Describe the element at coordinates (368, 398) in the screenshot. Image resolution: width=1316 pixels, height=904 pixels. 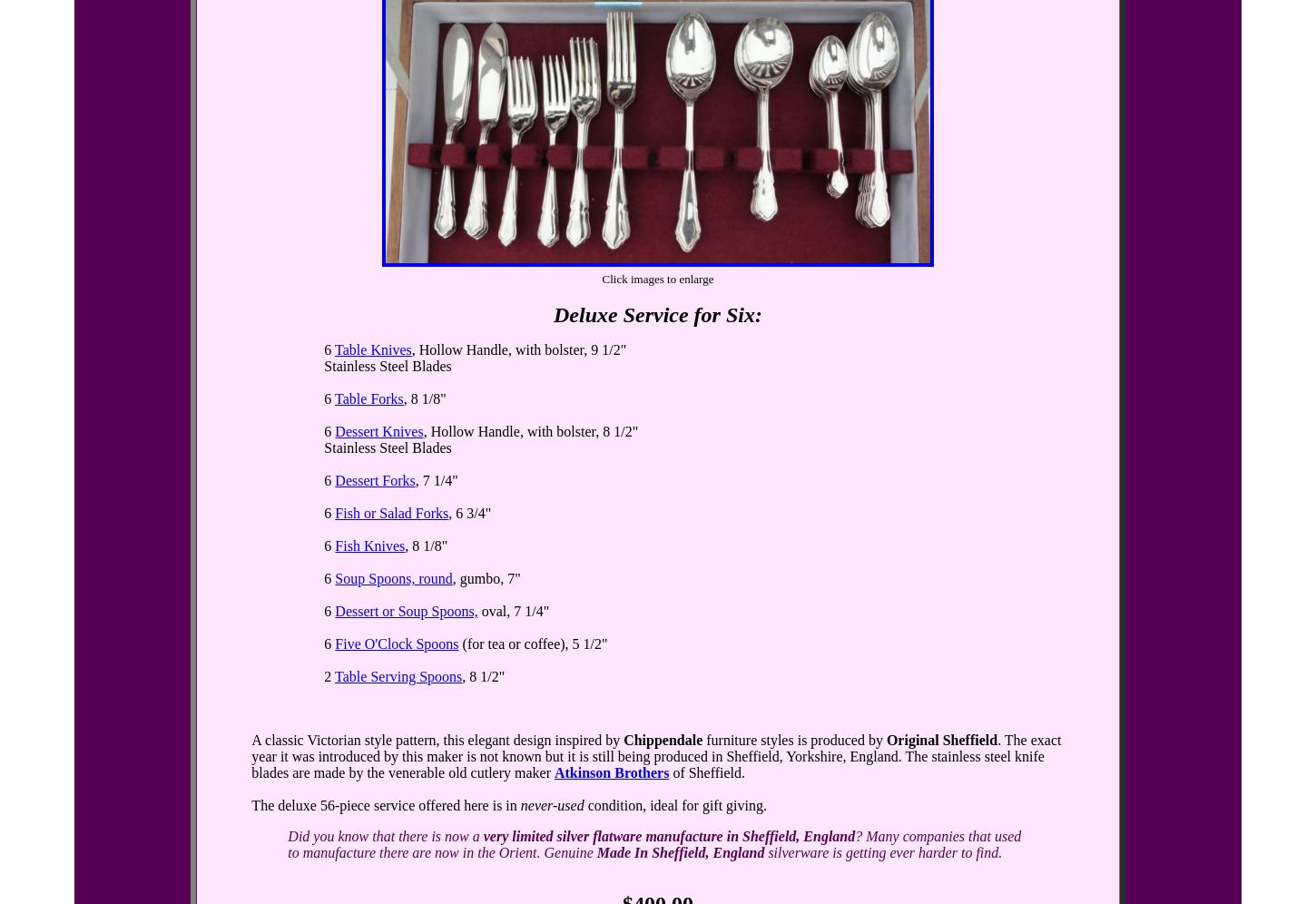
I see `'Table Forks'` at that location.